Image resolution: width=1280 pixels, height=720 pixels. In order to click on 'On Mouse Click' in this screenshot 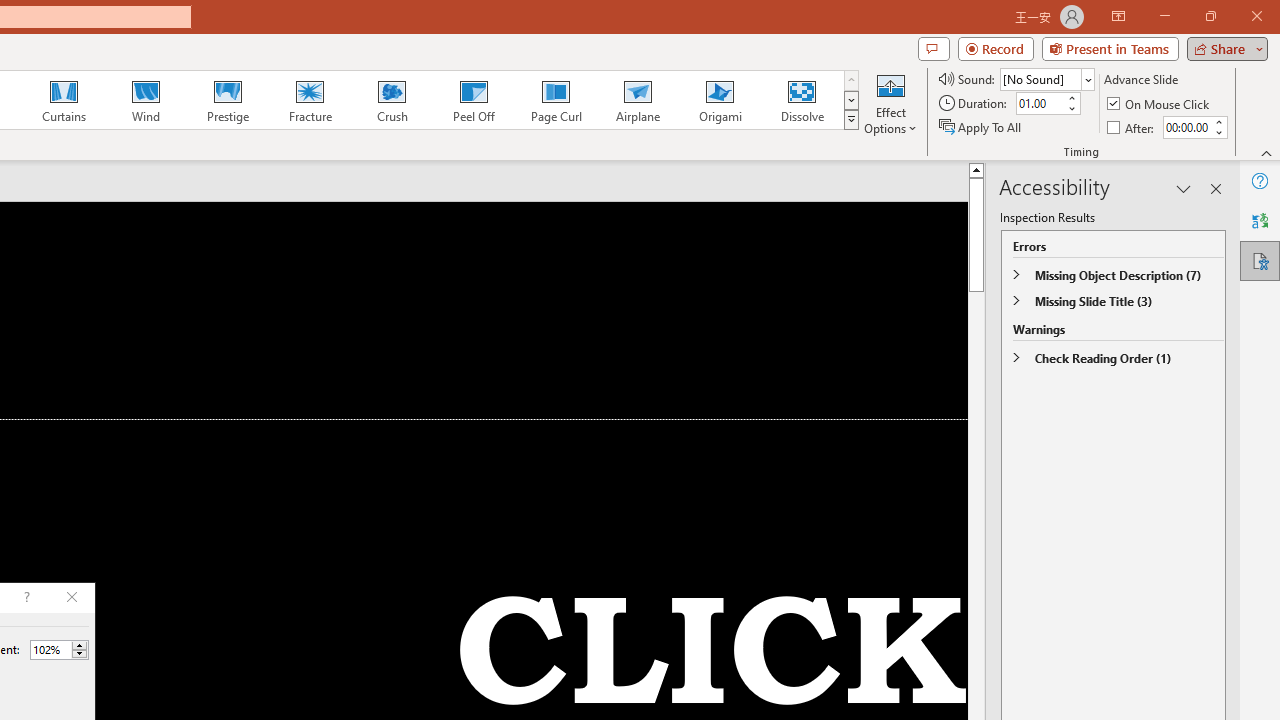, I will do `click(1159, 103)`.